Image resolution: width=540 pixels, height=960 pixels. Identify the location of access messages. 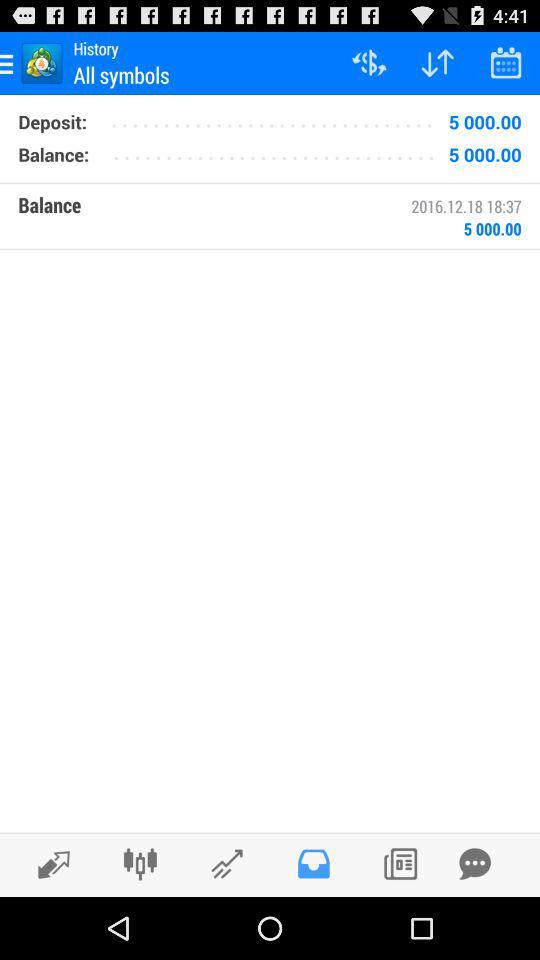
(313, 863).